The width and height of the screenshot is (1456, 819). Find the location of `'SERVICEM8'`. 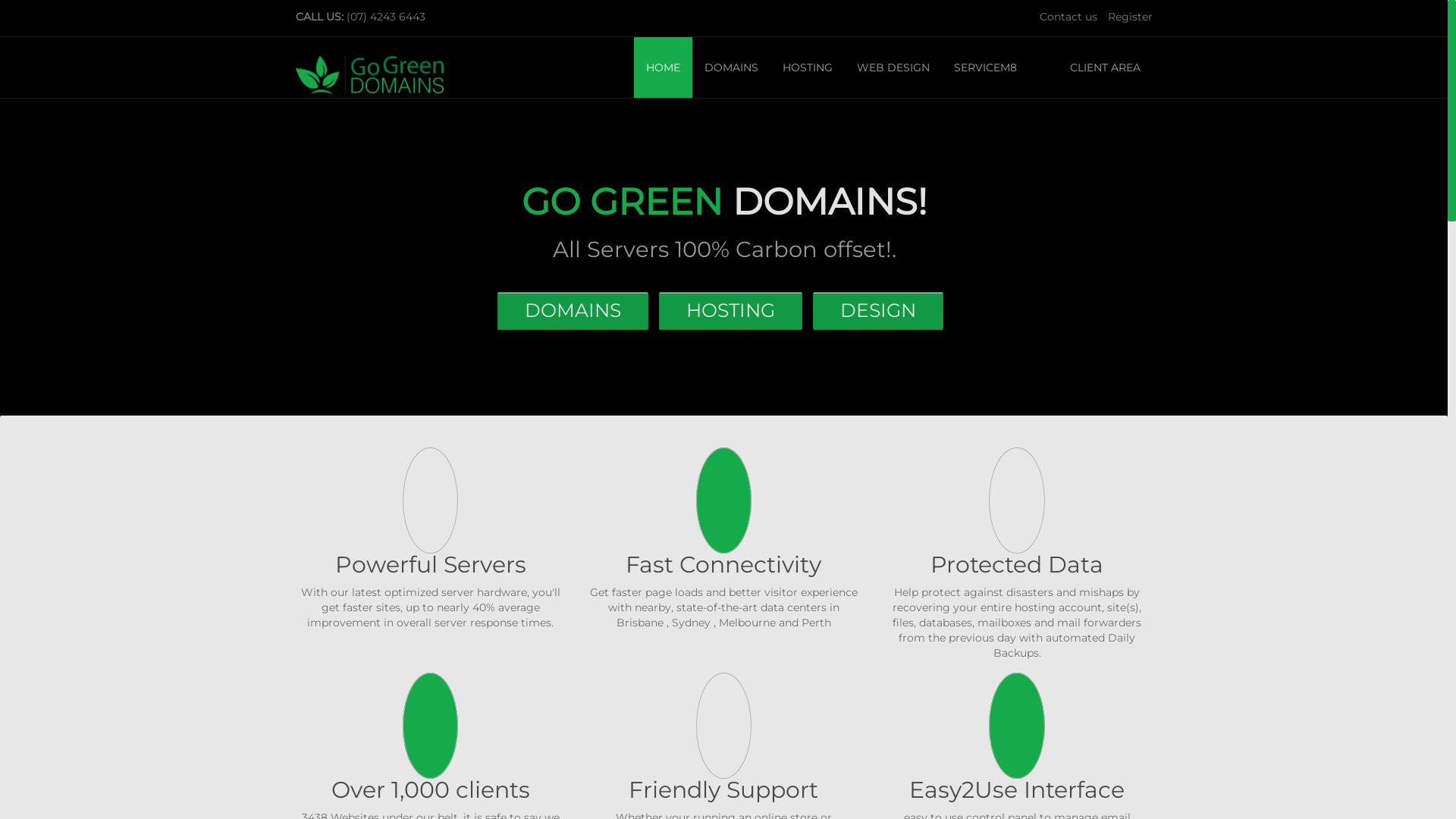

'SERVICEM8' is located at coordinates (941, 66).